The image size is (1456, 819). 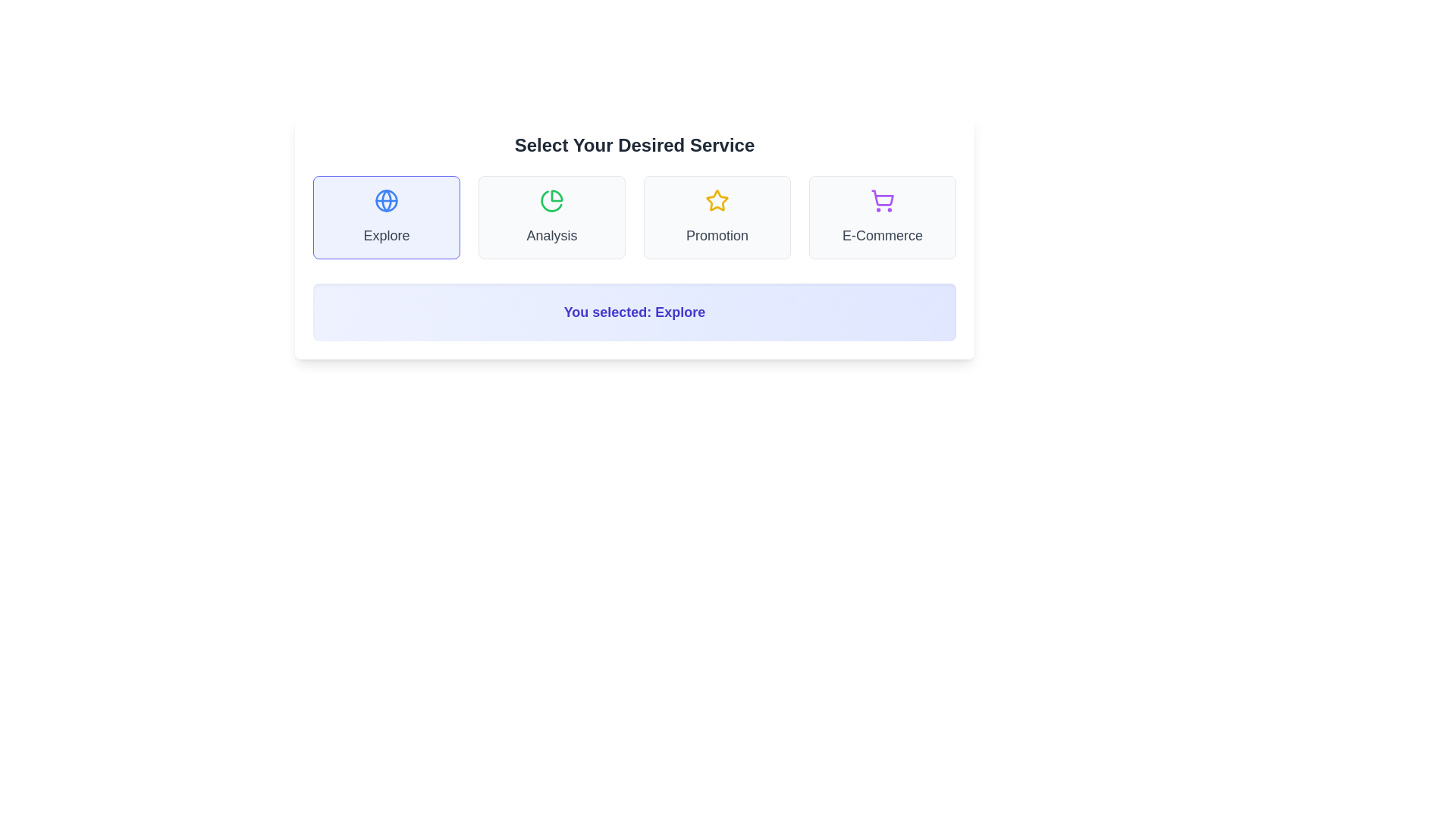 What do you see at coordinates (551, 236) in the screenshot?
I see `the 'Analysis' text label element using tab navigation` at bounding box center [551, 236].